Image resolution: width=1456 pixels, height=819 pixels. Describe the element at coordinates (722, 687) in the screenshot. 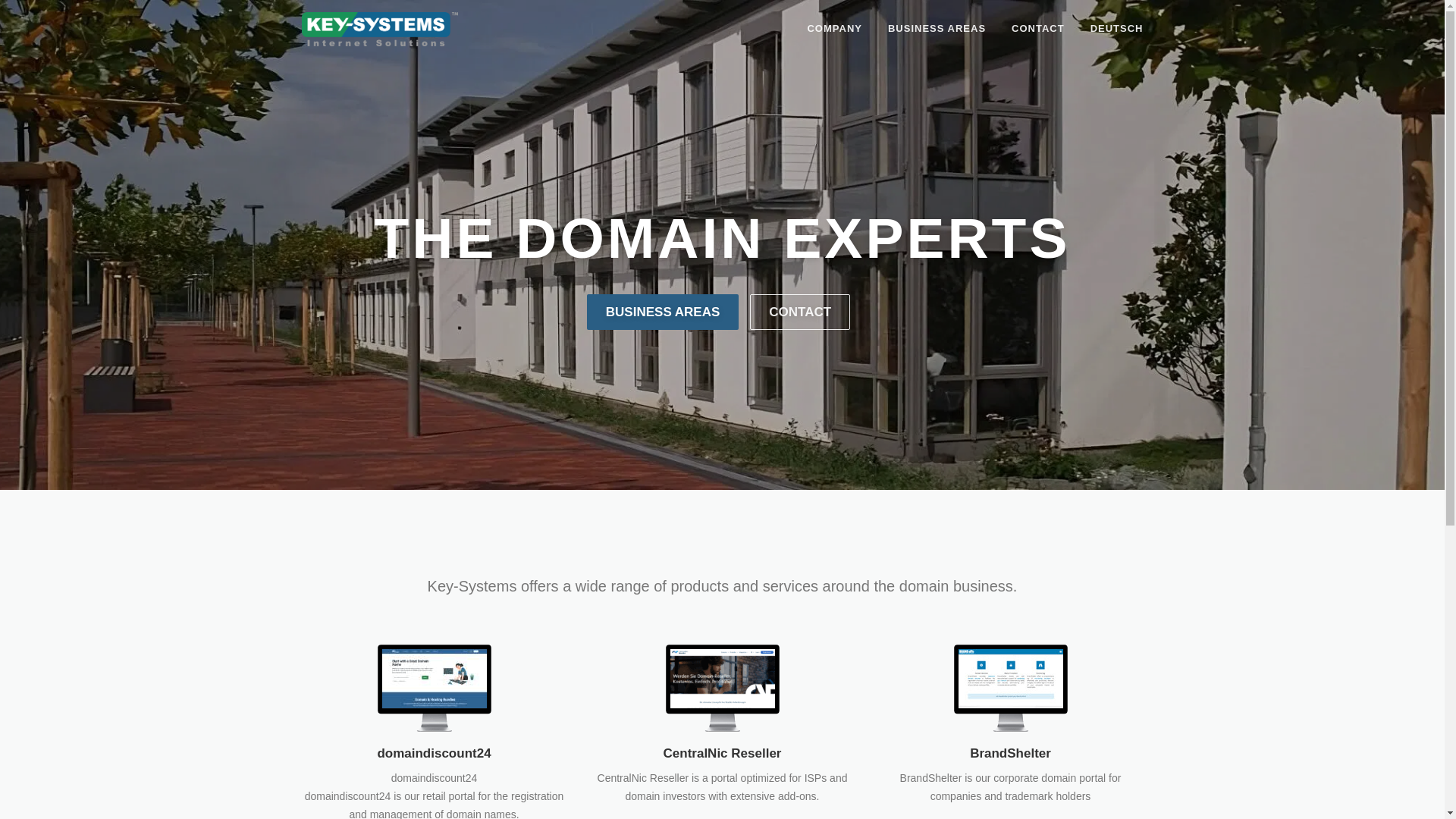

I see `'CentralNic Reseller'` at that location.